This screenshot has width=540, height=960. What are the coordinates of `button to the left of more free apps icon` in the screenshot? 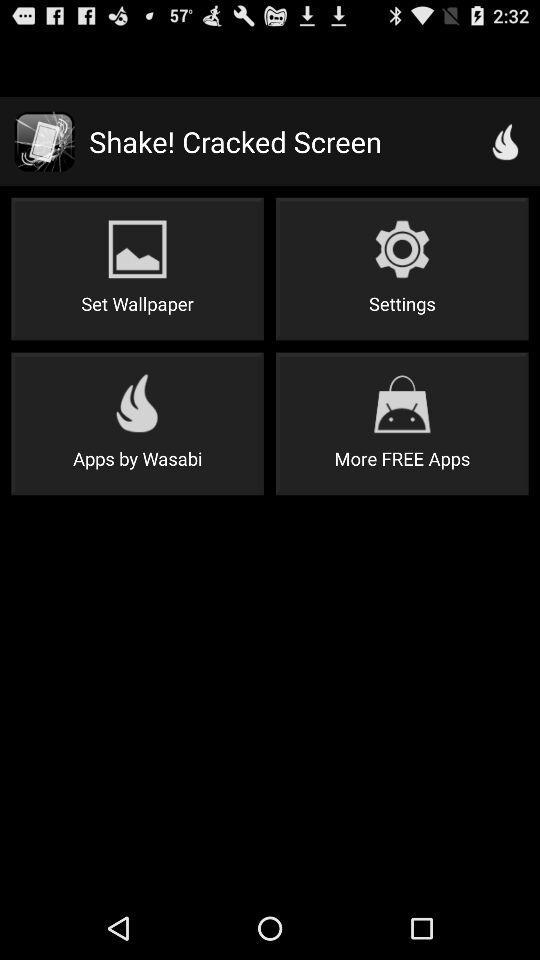 It's located at (136, 423).